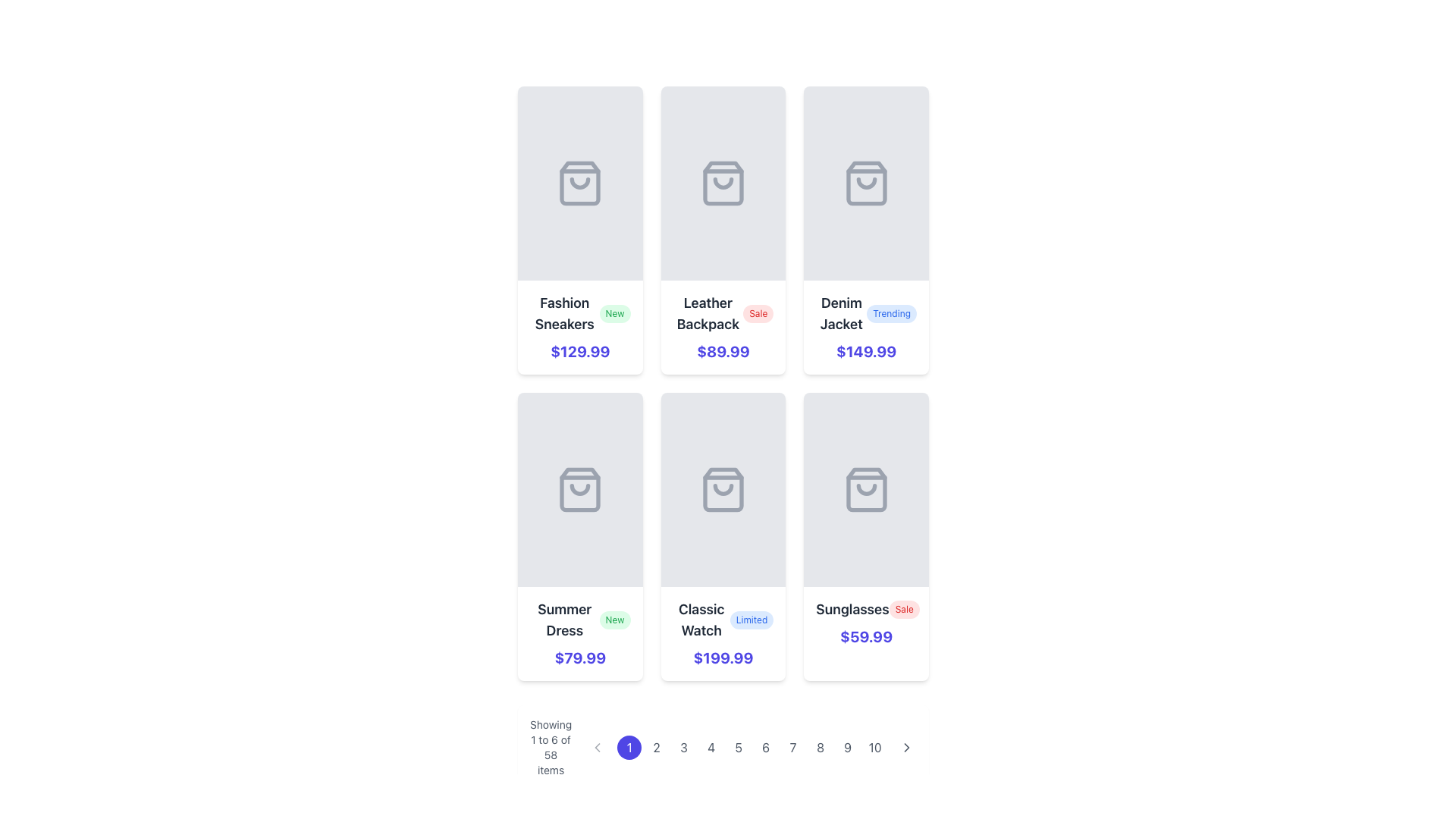  I want to click on the text label displaying 'Summer Dress' which is bold and dark gray, located in the first column of the second row in a grid layout, so click(563, 620).